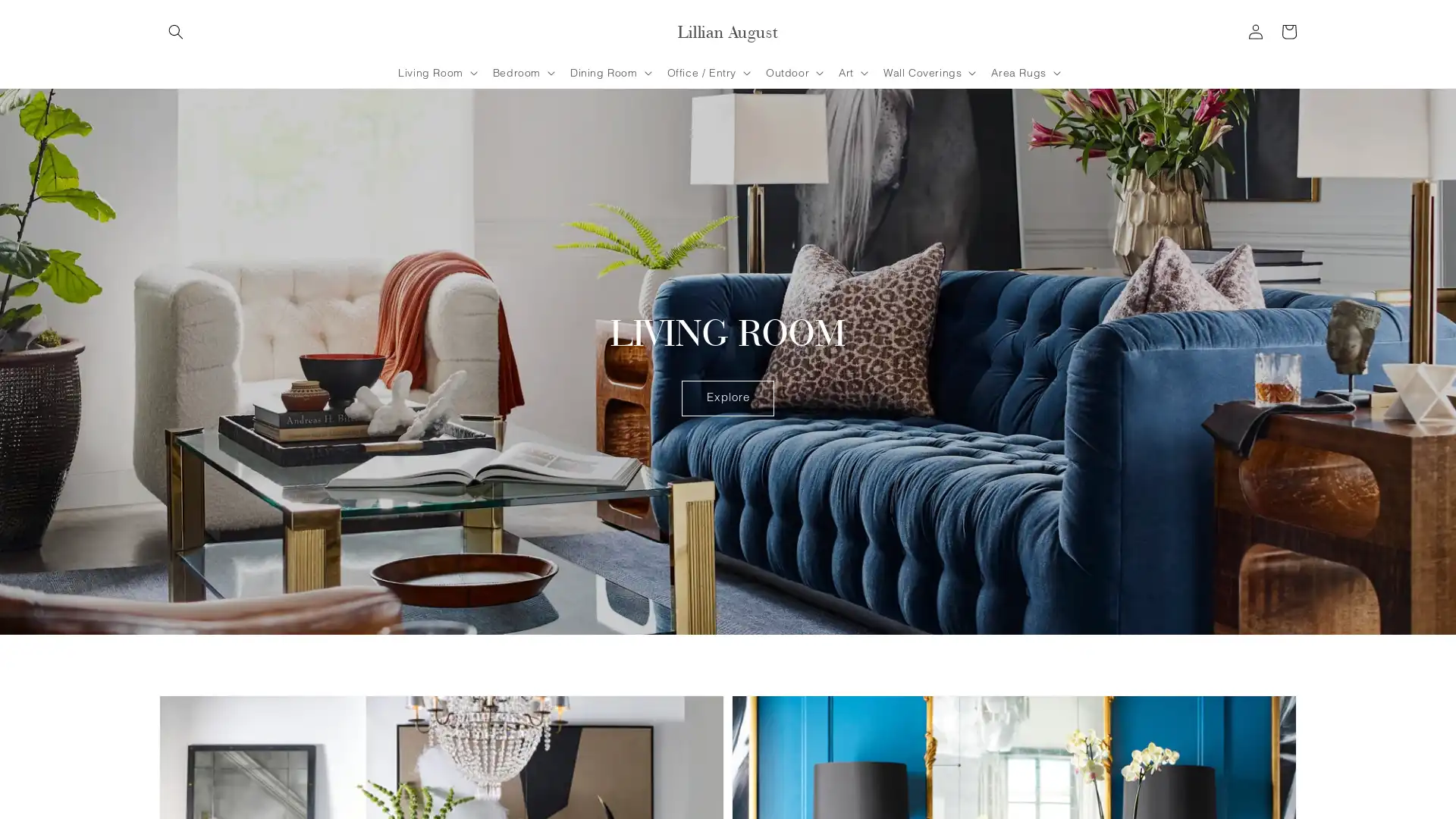 The image size is (1456, 819). What do you see at coordinates (706, 72) in the screenshot?
I see `Office / Entry` at bounding box center [706, 72].